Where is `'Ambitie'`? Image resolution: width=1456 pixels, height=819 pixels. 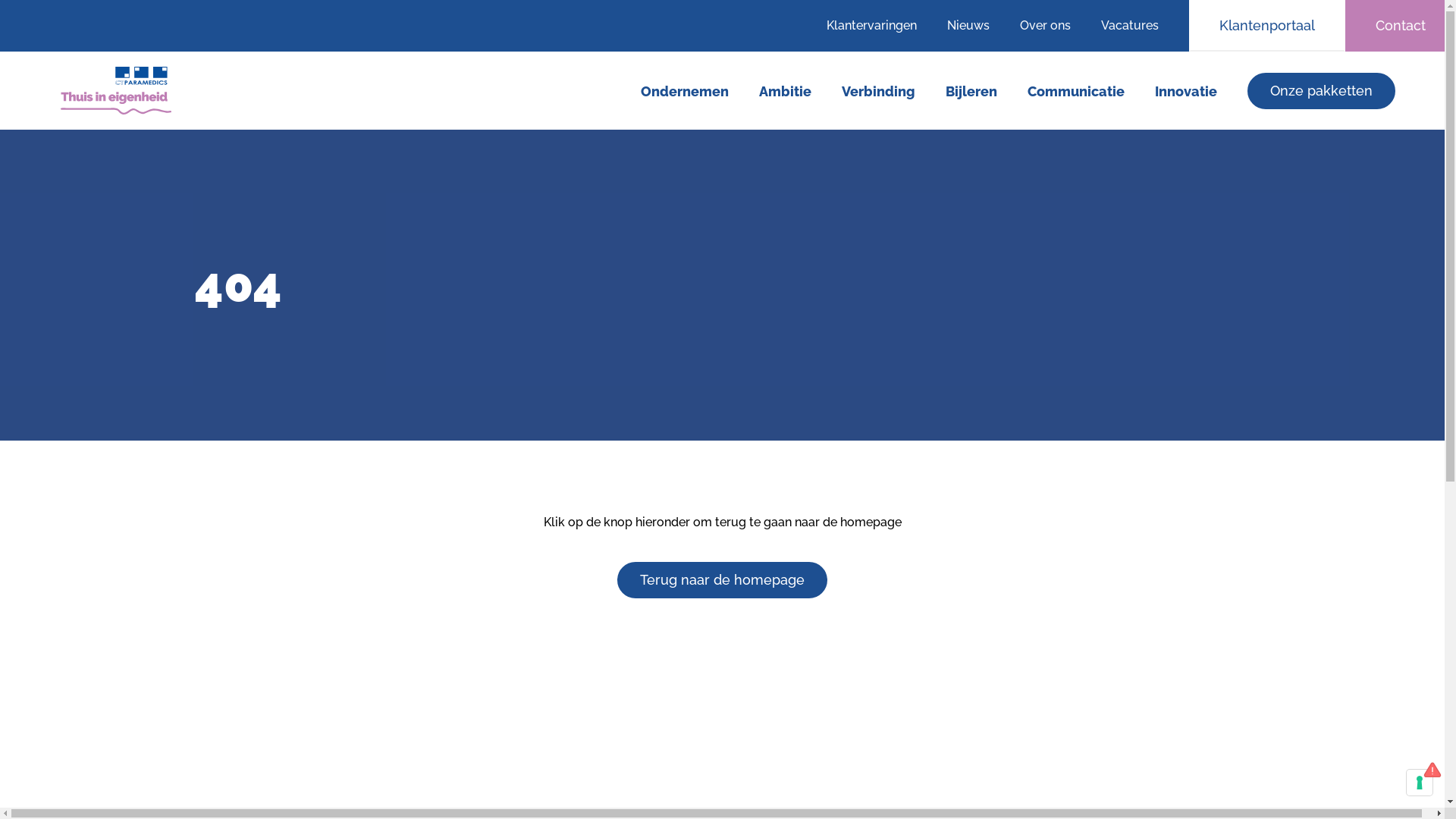 'Ambitie' is located at coordinates (785, 91).